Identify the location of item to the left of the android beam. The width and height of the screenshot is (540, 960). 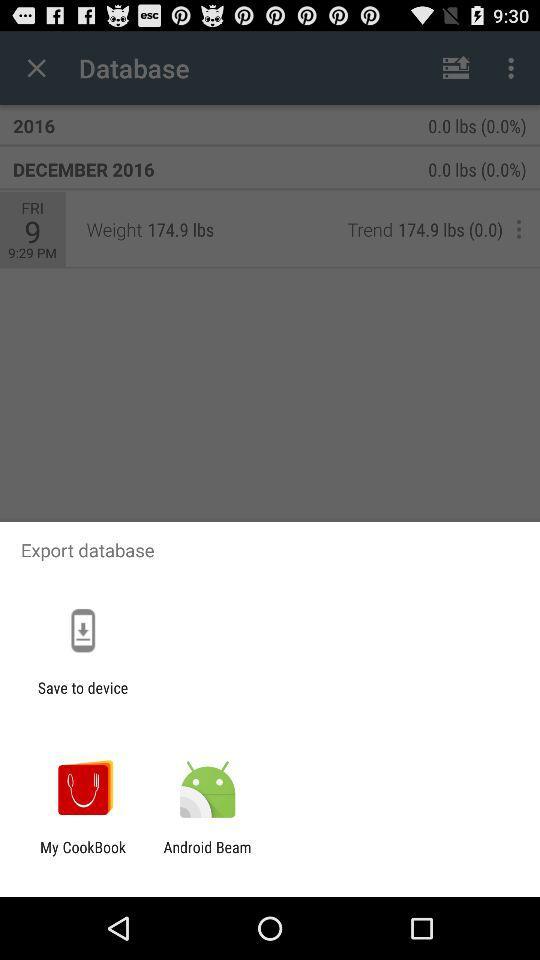
(82, 855).